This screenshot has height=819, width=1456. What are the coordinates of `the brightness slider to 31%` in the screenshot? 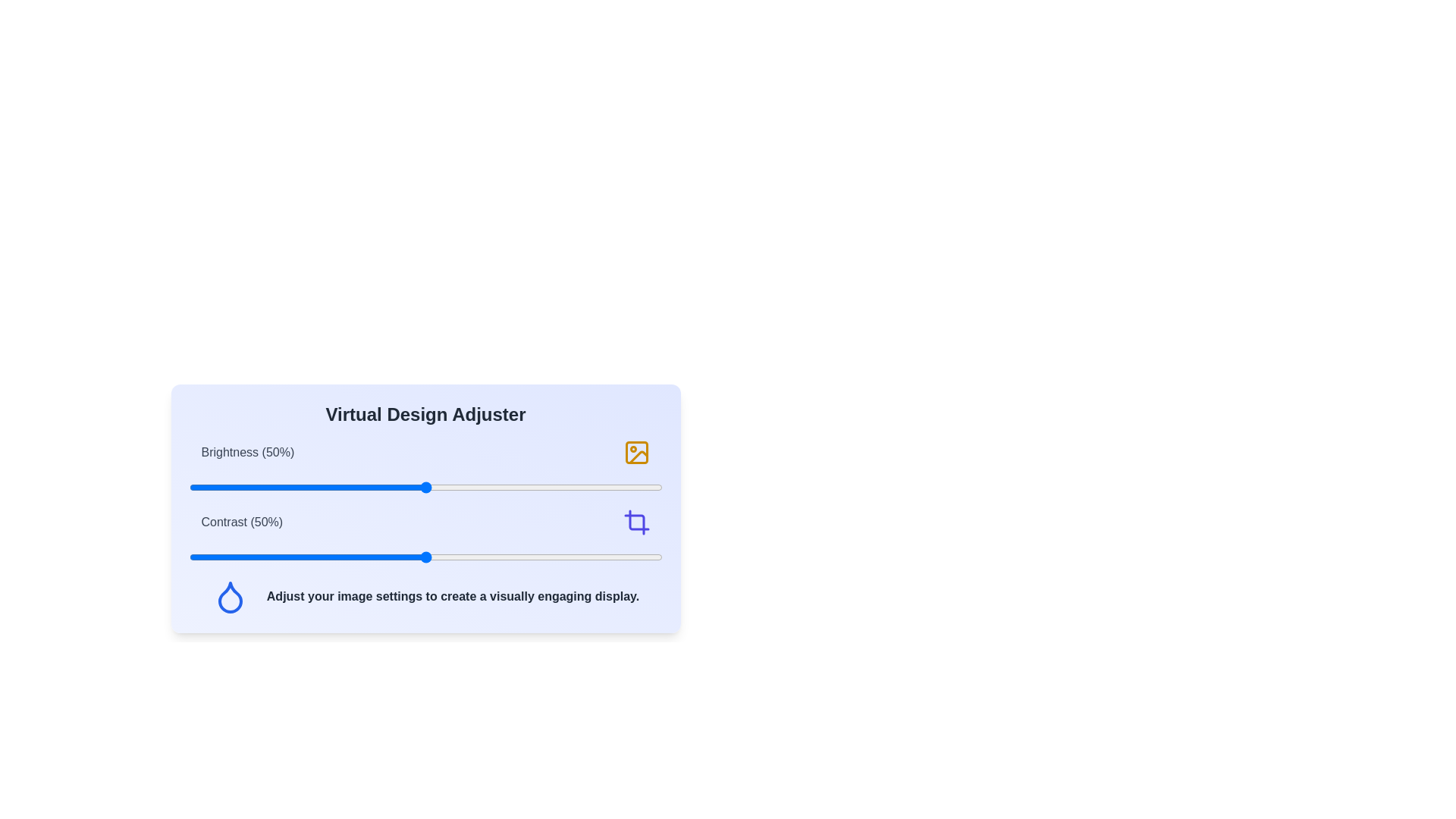 It's located at (334, 488).